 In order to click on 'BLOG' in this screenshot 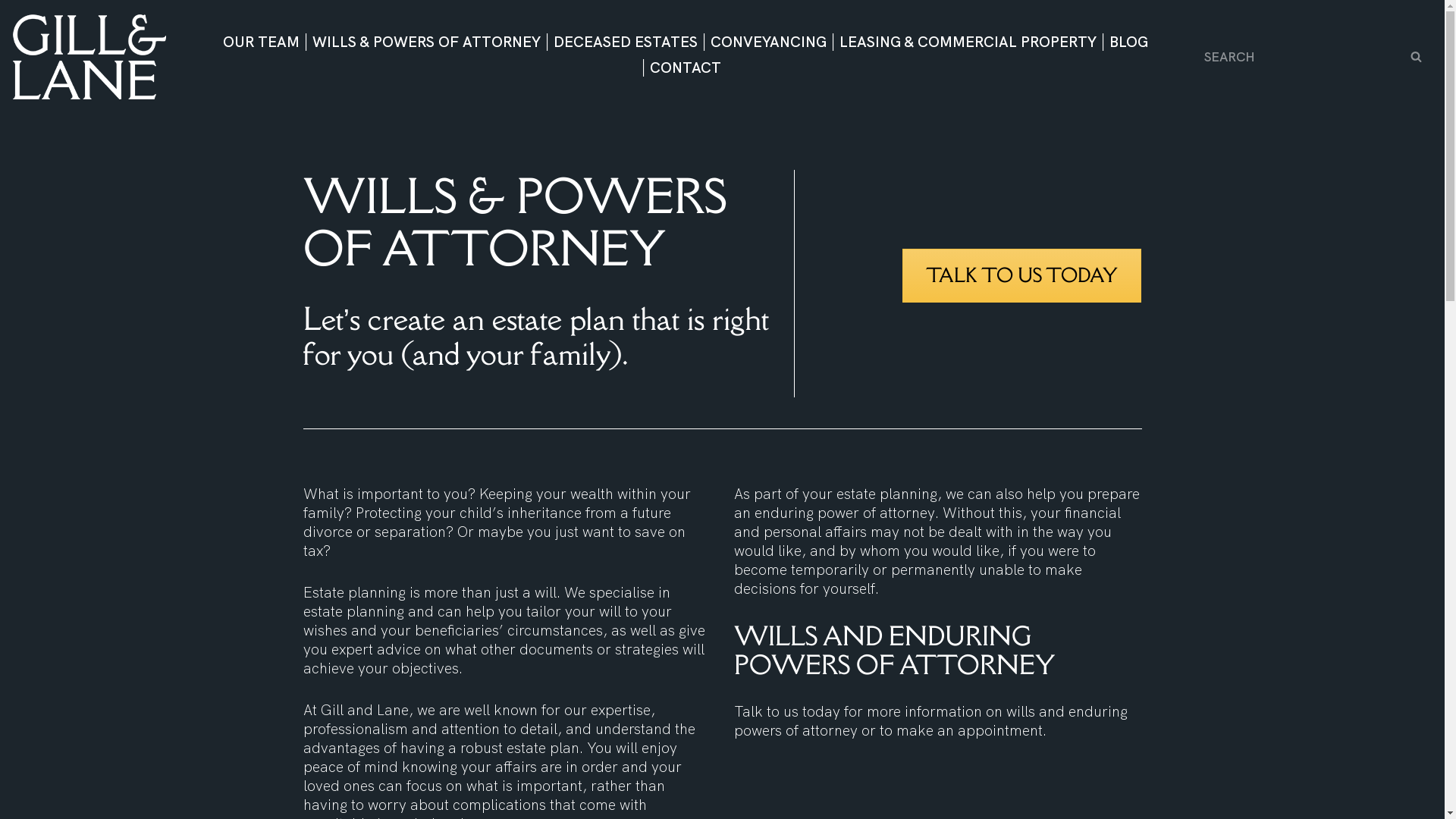, I will do `click(1103, 41)`.